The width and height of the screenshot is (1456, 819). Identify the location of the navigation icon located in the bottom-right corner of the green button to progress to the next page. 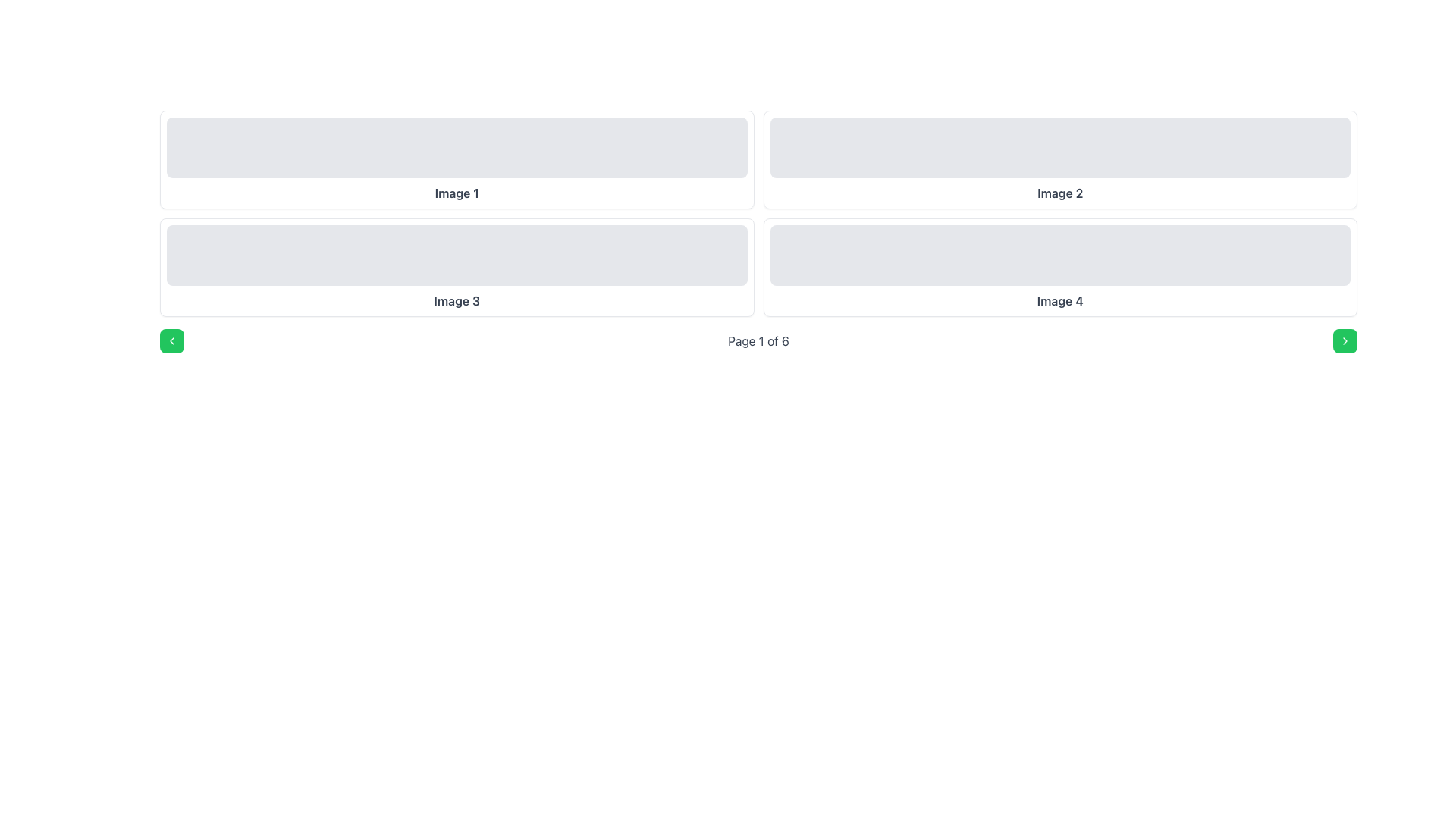
(1345, 341).